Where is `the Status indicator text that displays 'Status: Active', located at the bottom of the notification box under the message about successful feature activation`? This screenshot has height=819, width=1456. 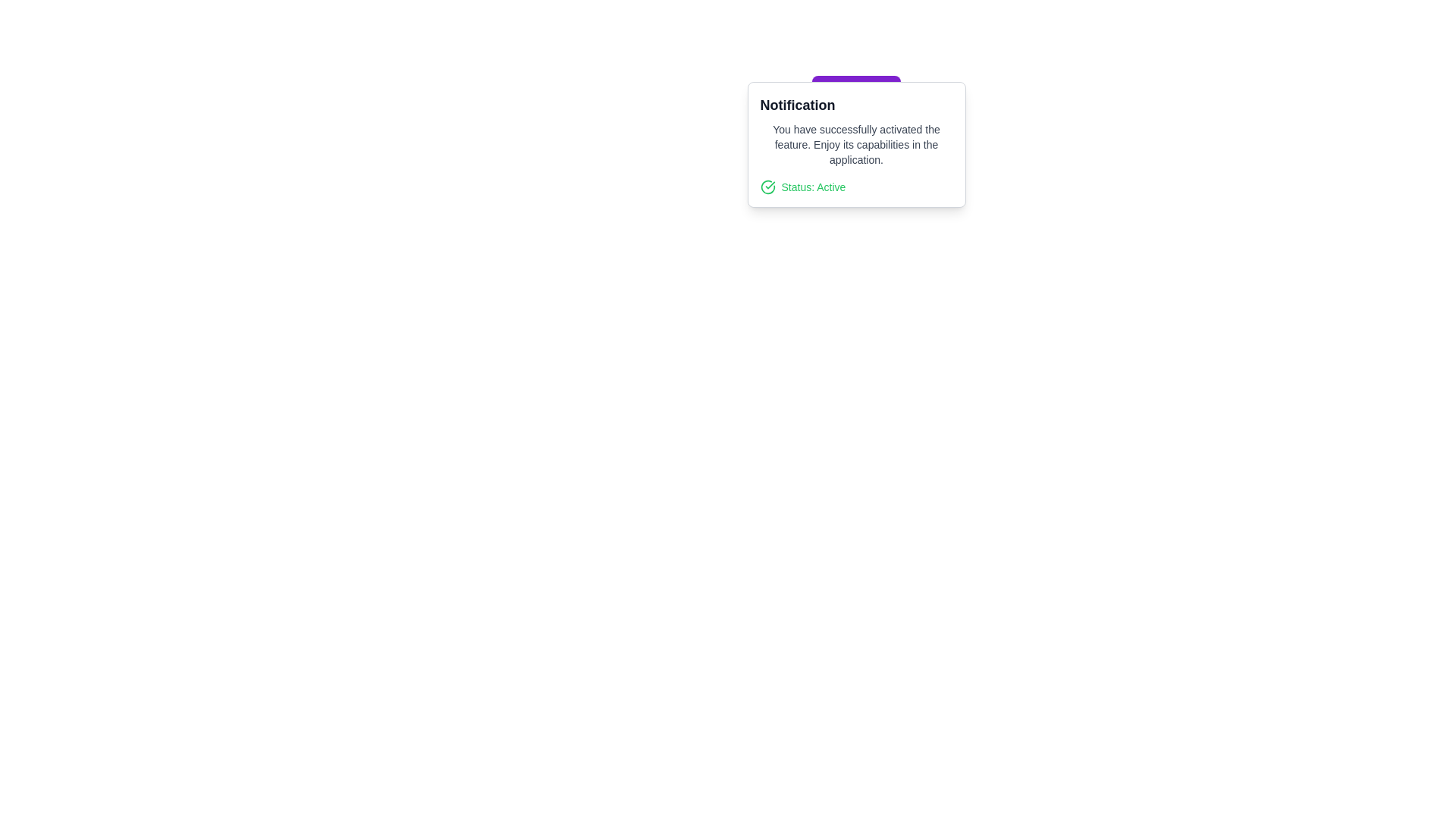
the Status indicator text that displays 'Status: Active', located at the bottom of the notification box under the message about successful feature activation is located at coordinates (802, 186).